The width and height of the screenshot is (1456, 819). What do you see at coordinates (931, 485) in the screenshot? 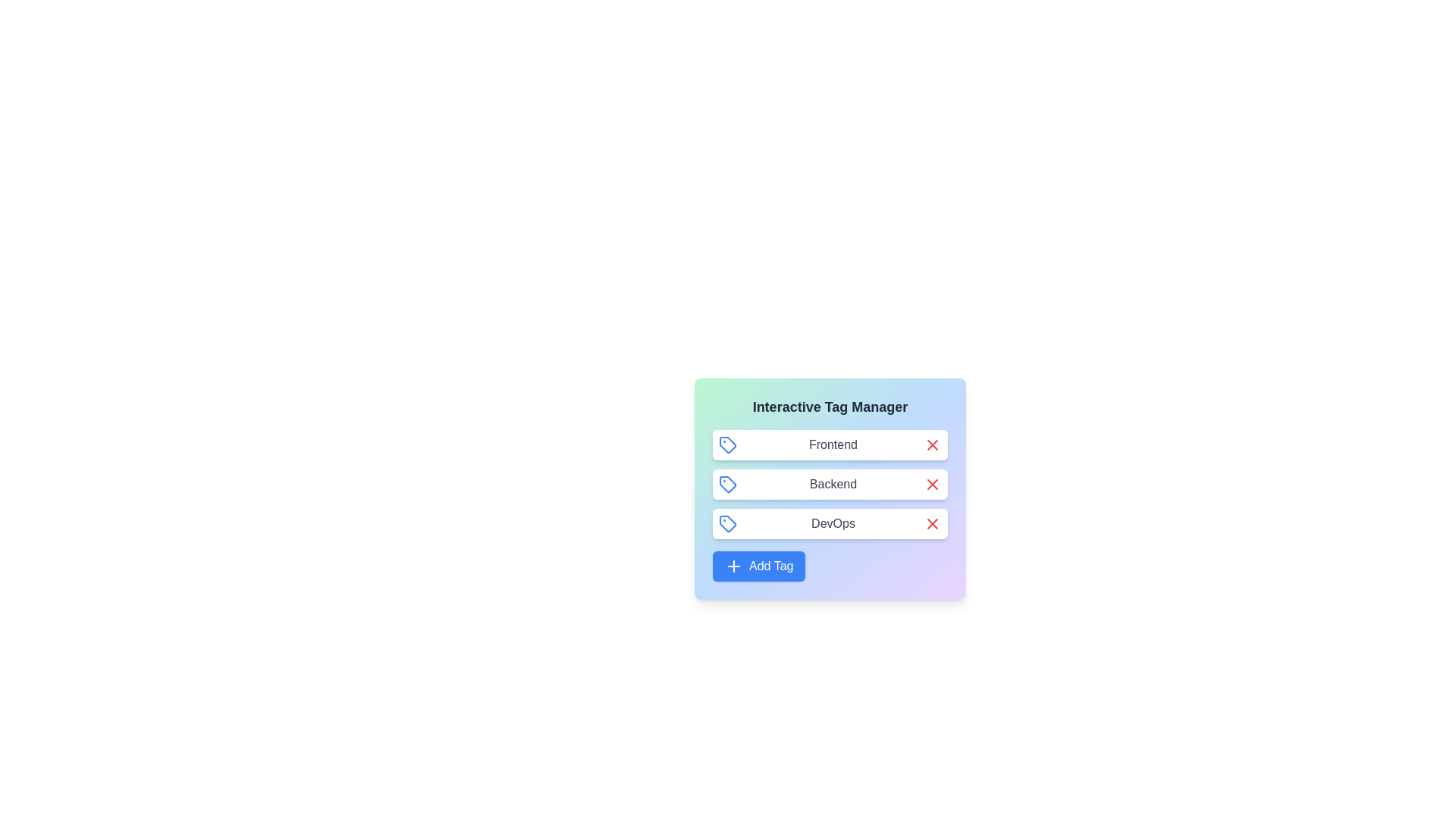
I see `'X' button of the tag labeled Backend to remove it` at bounding box center [931, 485].